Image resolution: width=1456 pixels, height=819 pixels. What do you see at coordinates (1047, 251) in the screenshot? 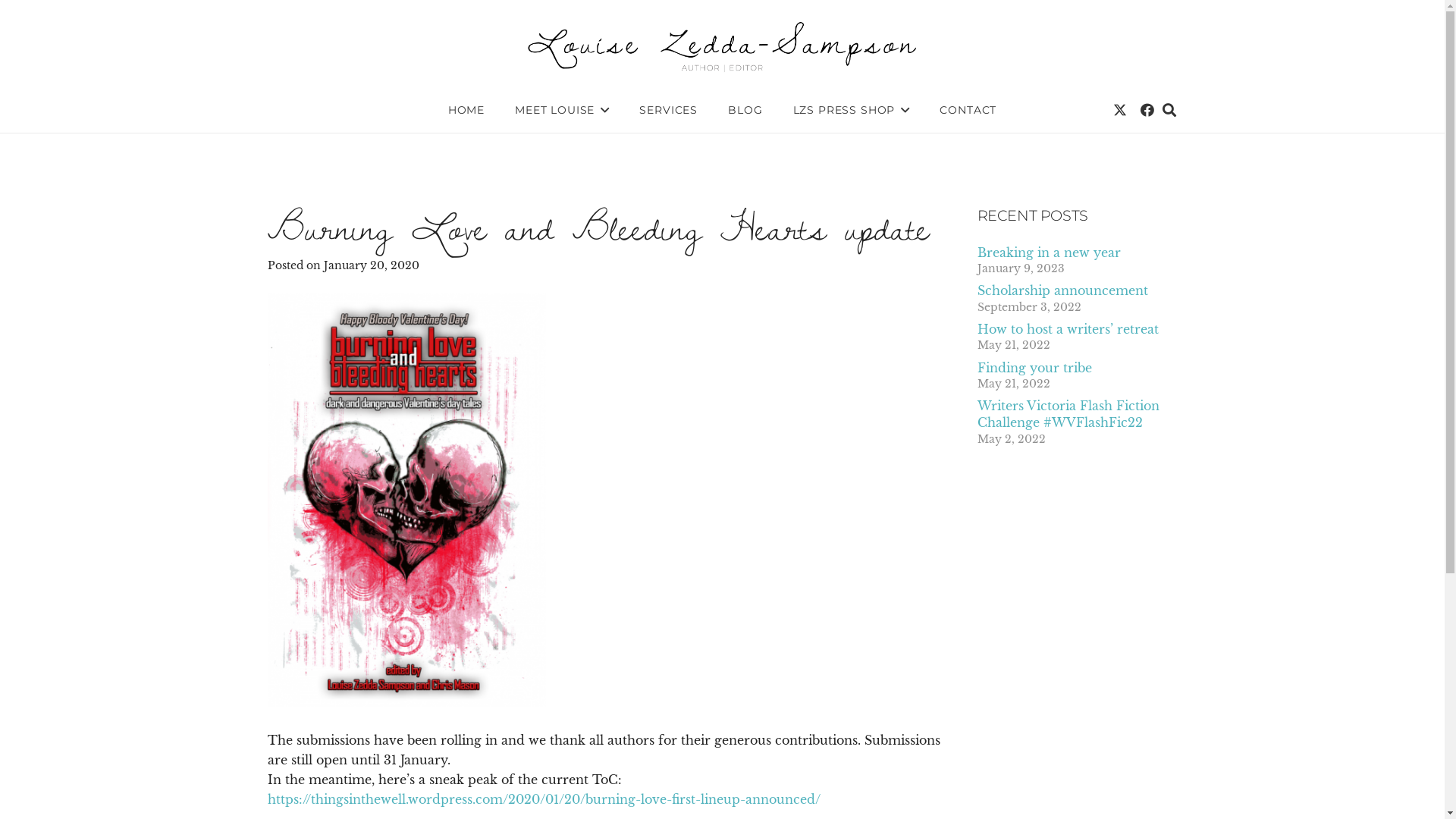
I see `'Breaking in a new year'` at bounding box center [1047, 251].